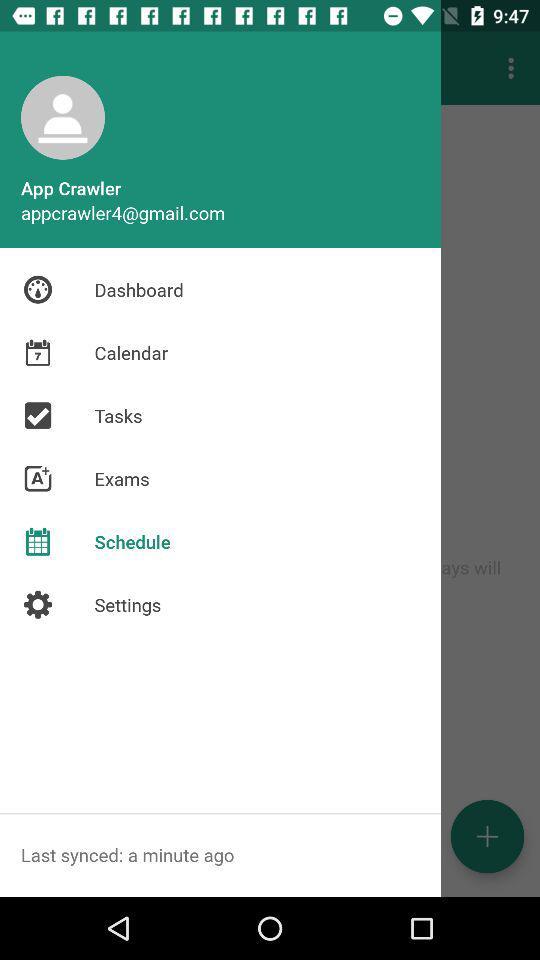  I want to click on the fourth icon from the top, so click(38, 479).